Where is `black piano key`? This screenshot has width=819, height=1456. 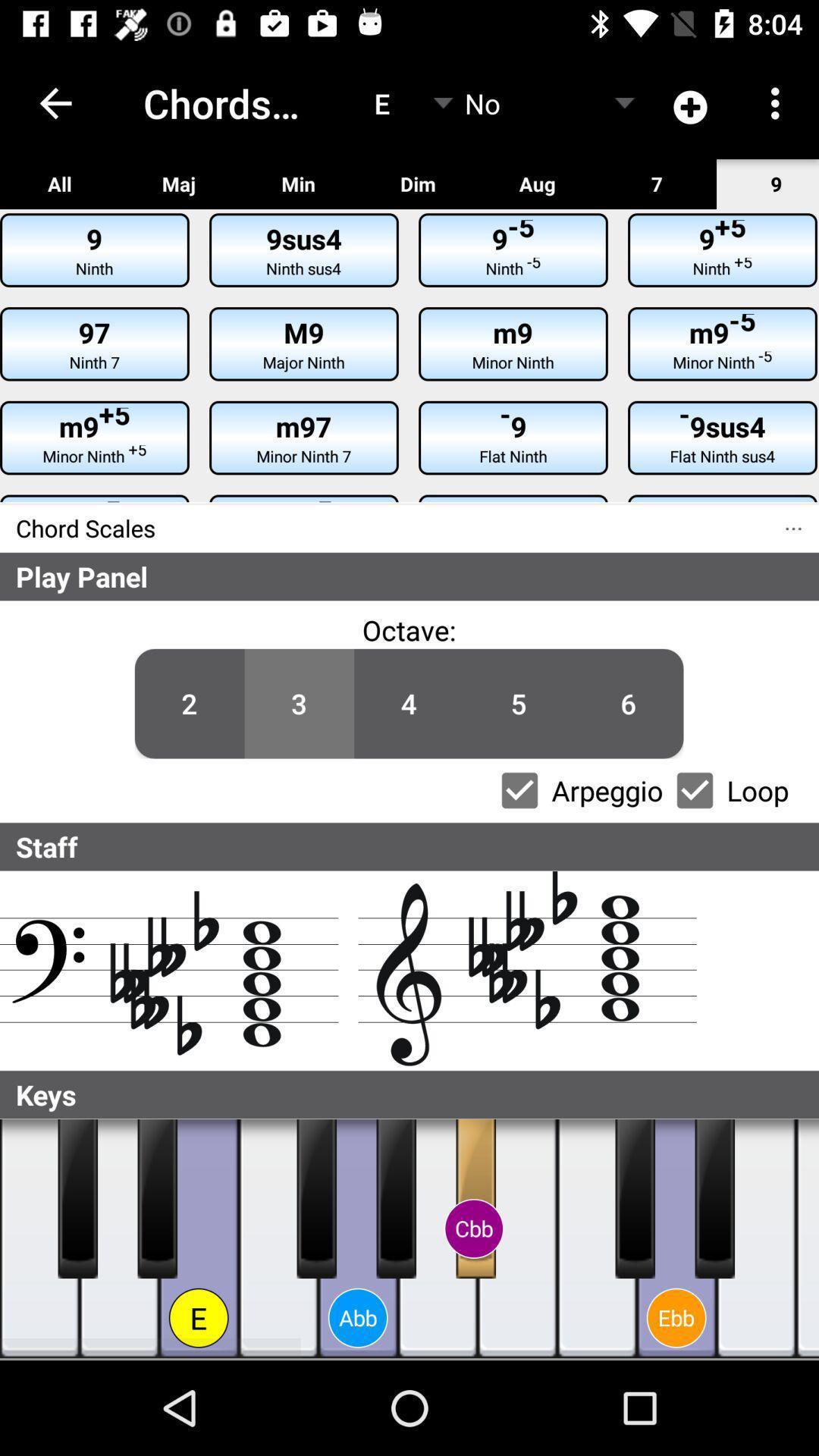
black piano key is located at coordinates (635, 1197).